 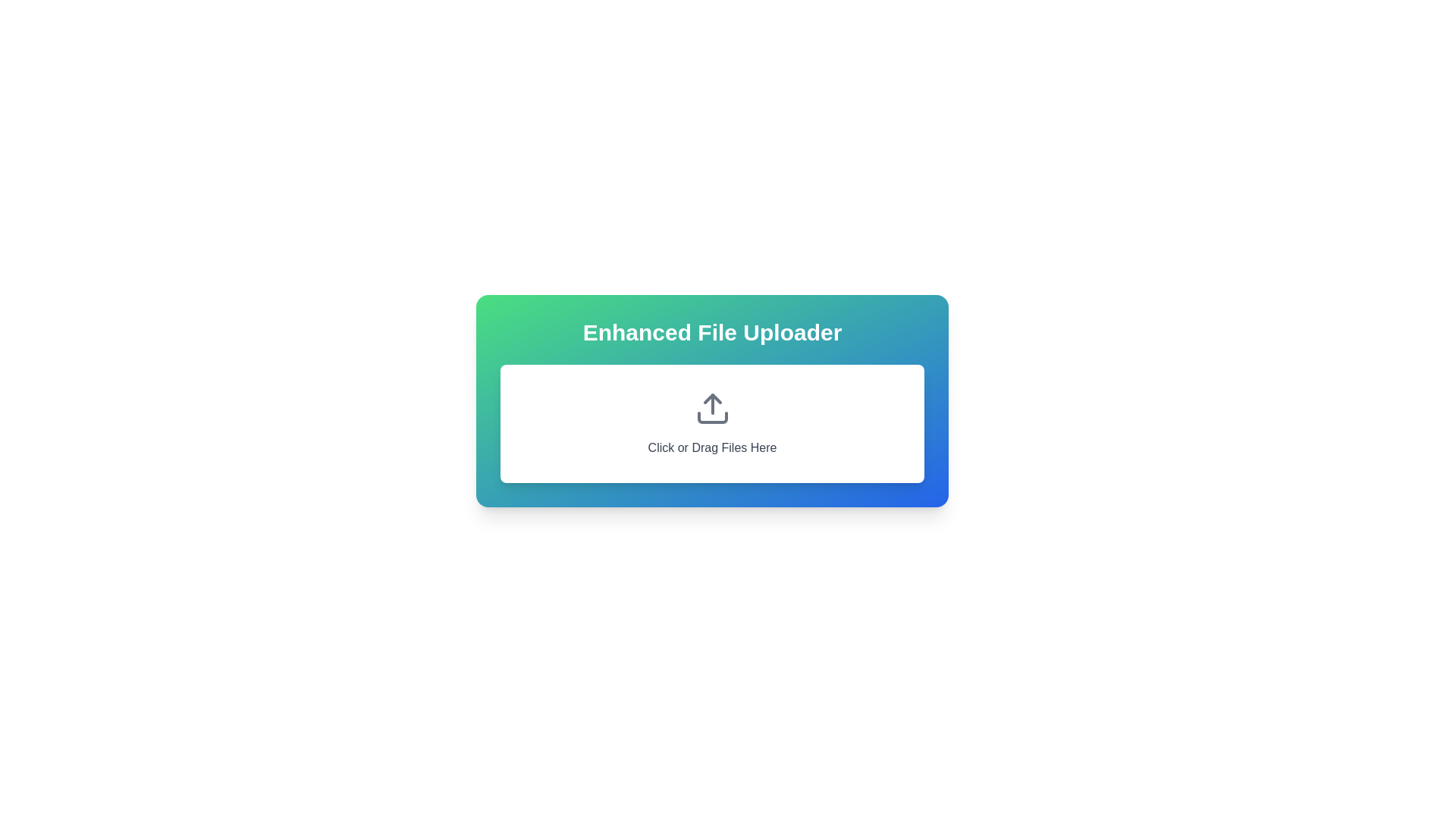 I want to click on the SVG icon representing an upload action, which features an upward-pointing arrow and is styled in gray, located within a light-colored, bordered area beneath the title 'Enhanced File Uploader', so click(x=711, y=408).